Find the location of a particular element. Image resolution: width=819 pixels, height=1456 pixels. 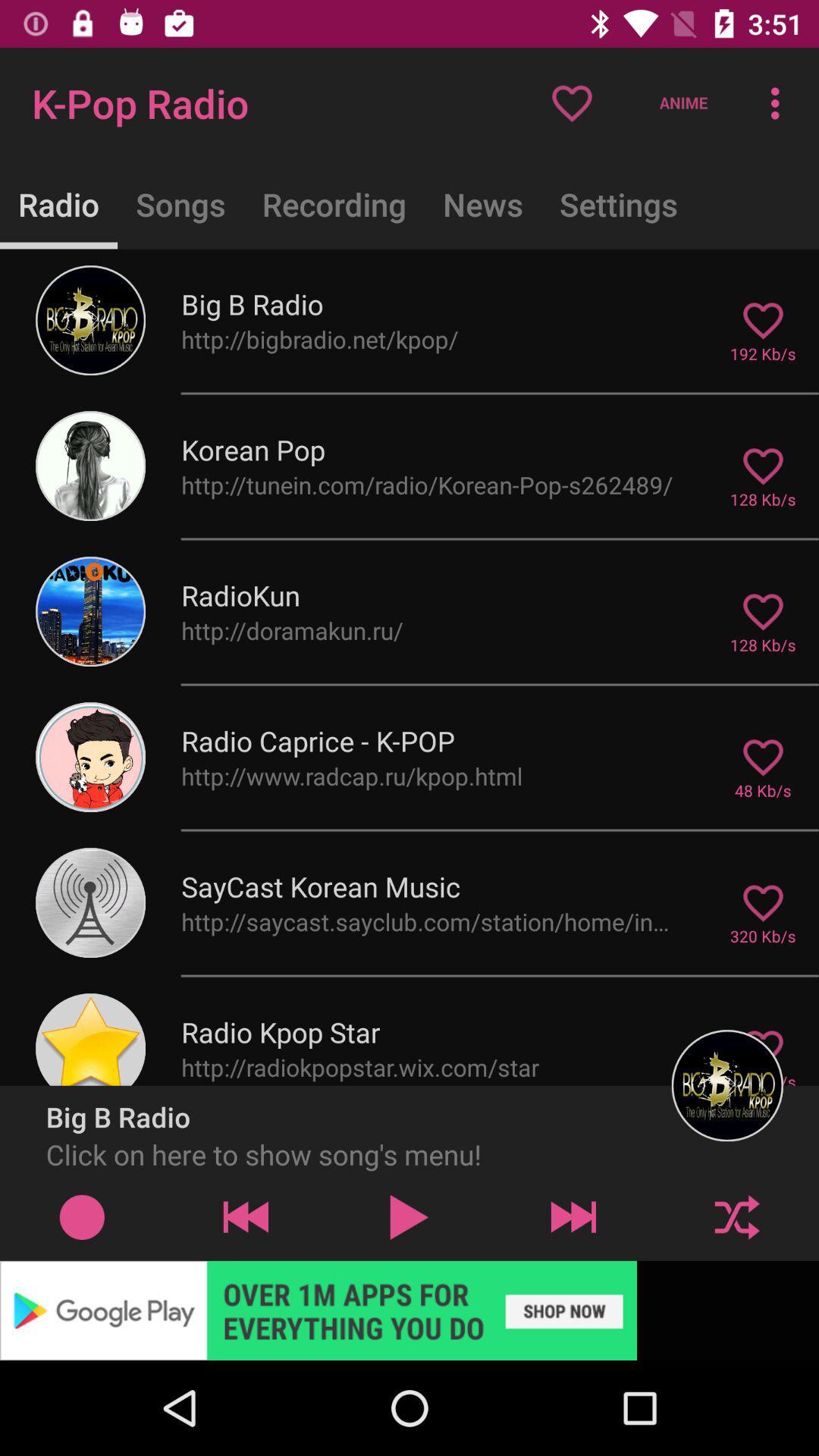

the skip_next icon is located at coordinates (573, 1216).